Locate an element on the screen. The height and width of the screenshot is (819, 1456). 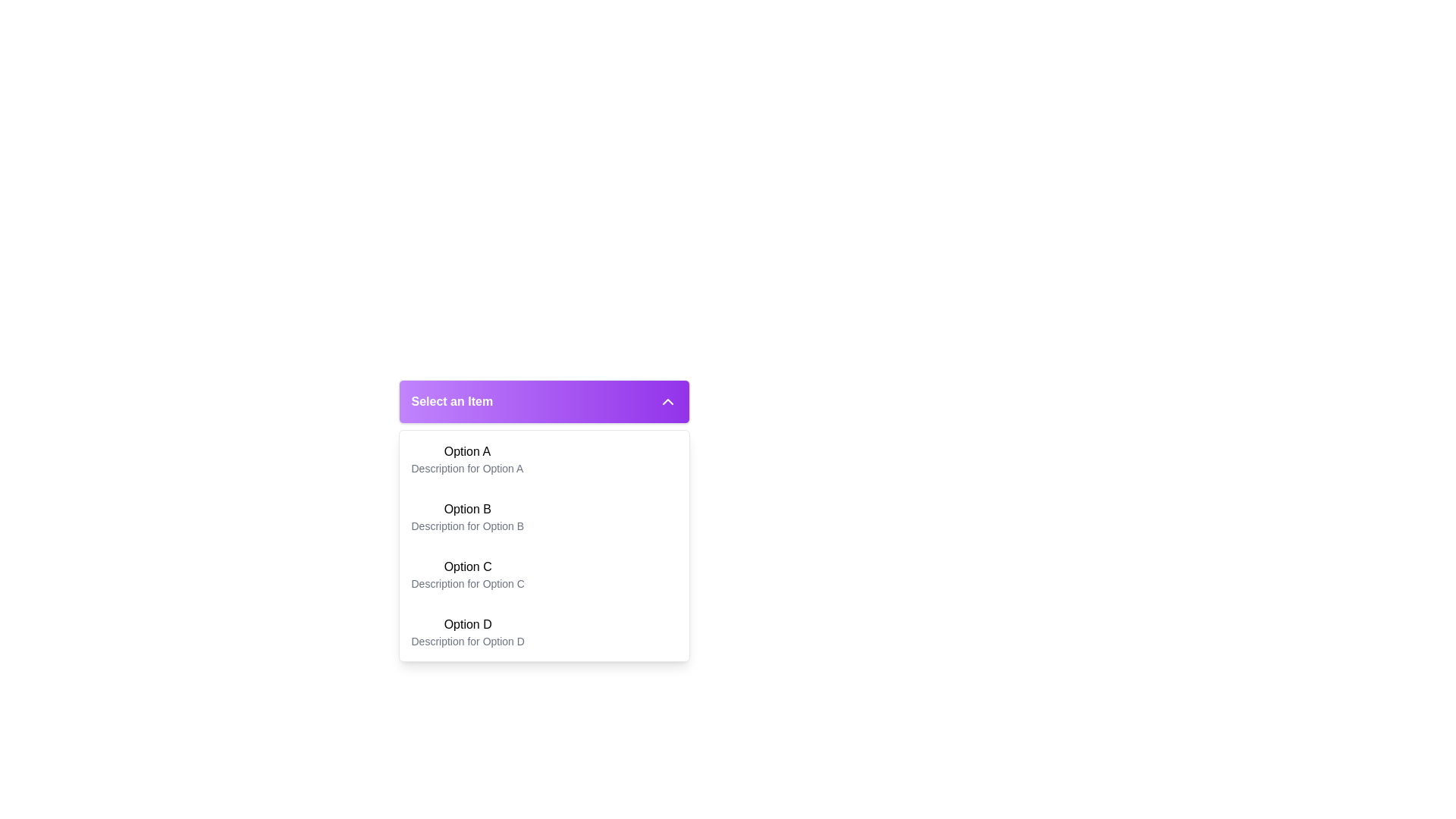
the text label that provides additional details for 'Option B' in the dropdown menu, which is located below 'Option B' and is the second description after 'Option A' is located at coordinates (466, 526).